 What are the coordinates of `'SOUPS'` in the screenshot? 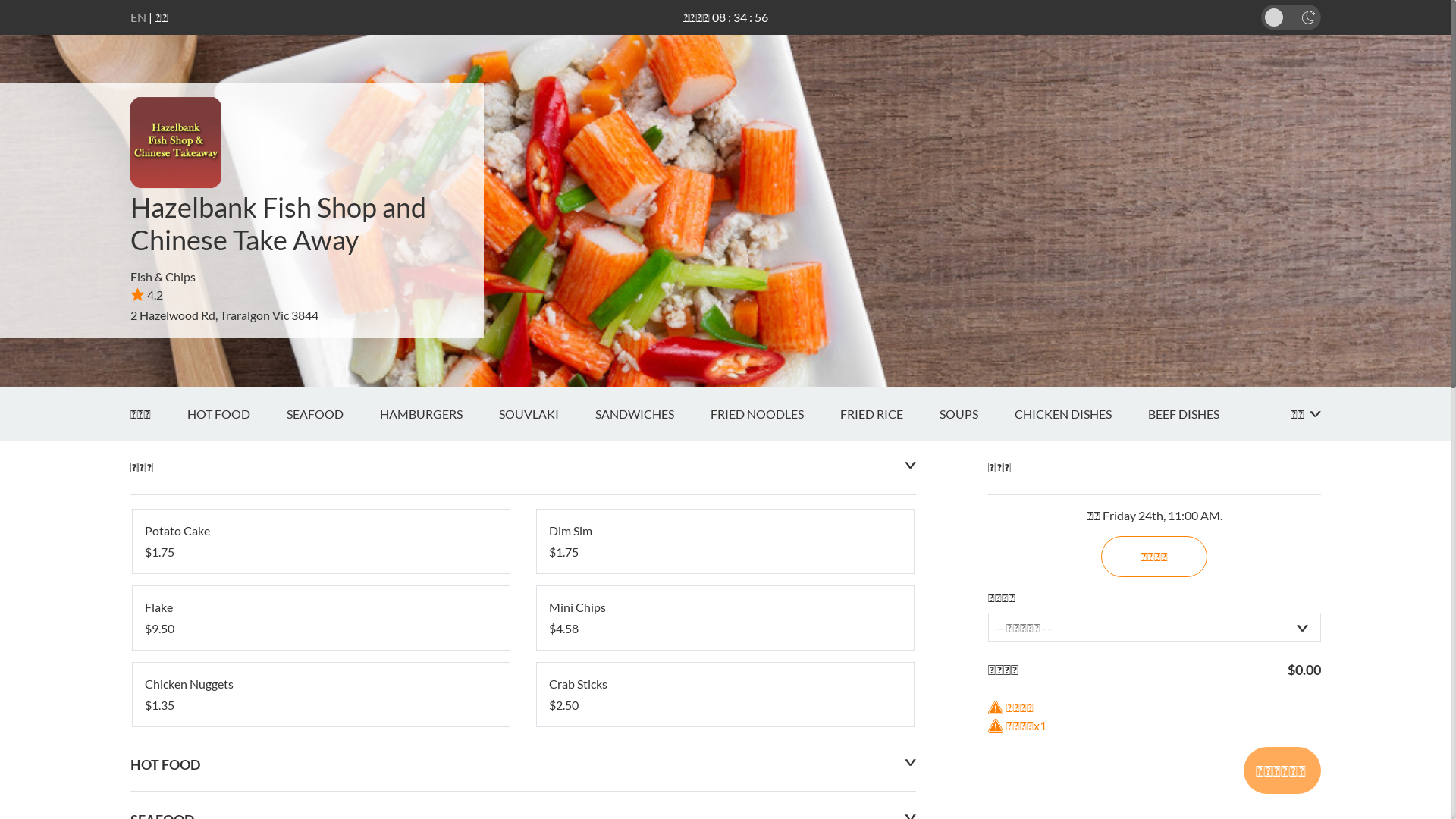 It's located at (976, 414).